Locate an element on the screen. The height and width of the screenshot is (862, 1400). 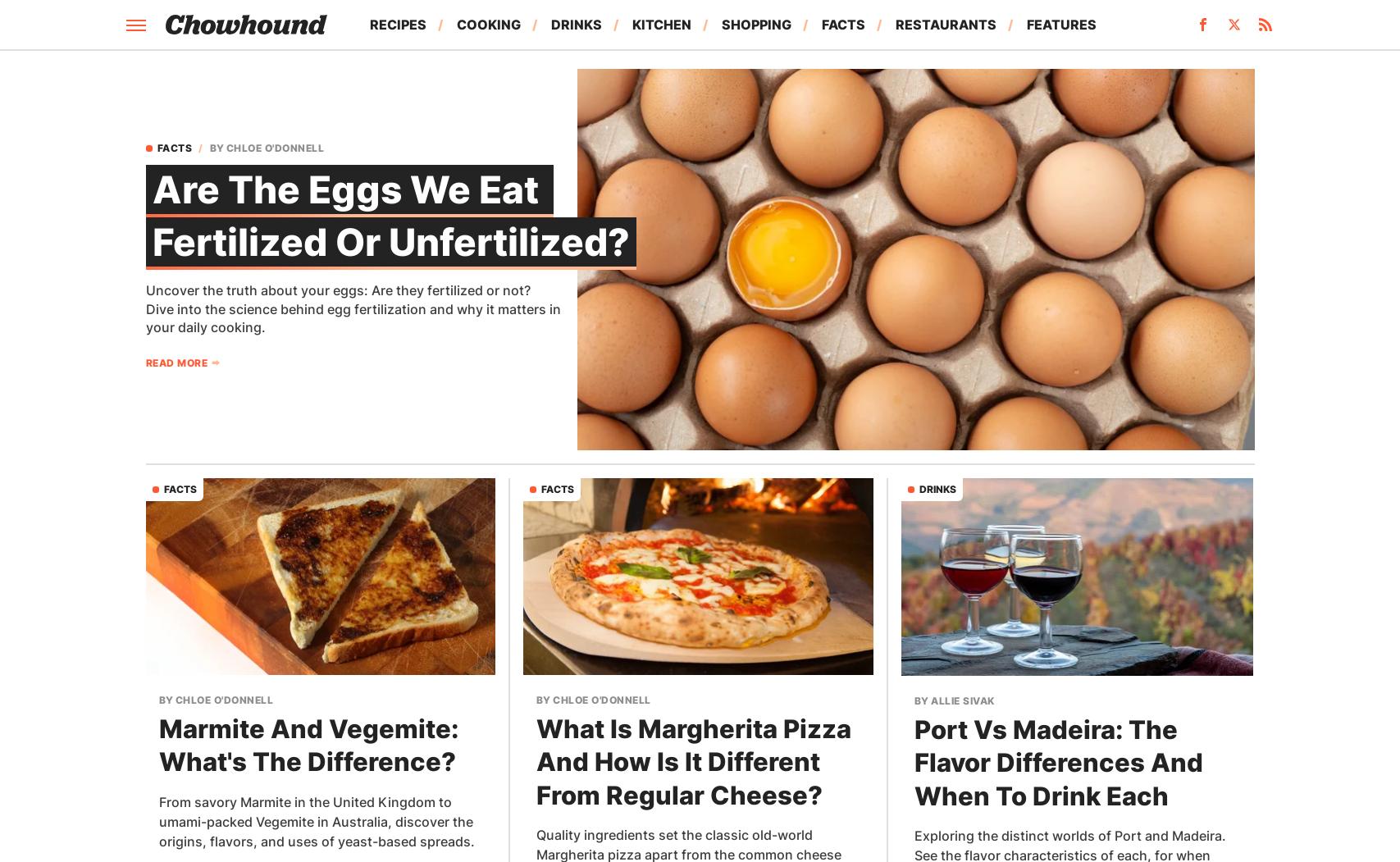
'Recipes' is located at coordinates (397, 24).